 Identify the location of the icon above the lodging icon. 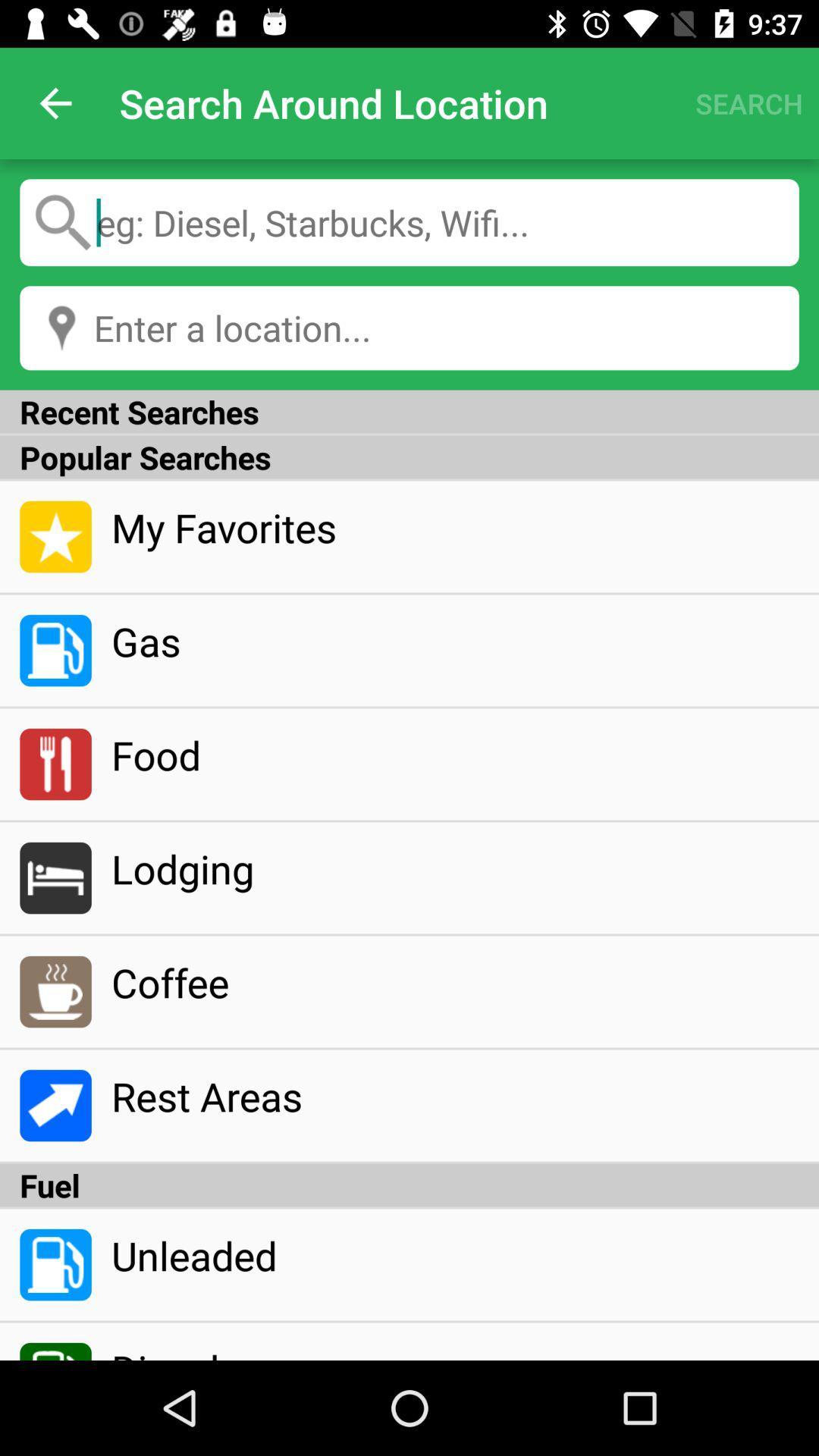
(454, 755).